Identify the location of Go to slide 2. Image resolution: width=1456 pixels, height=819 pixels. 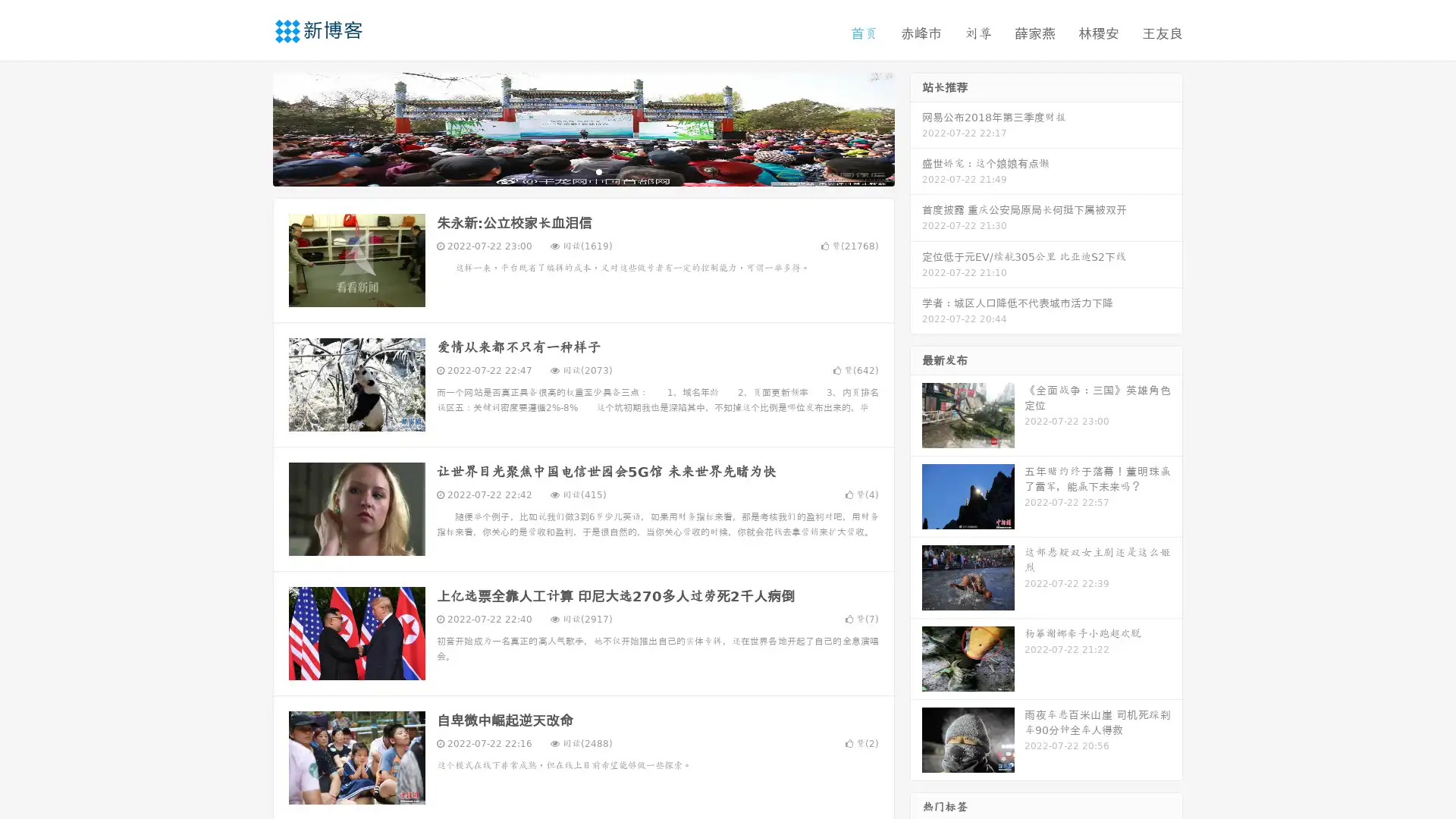
(582, 171).